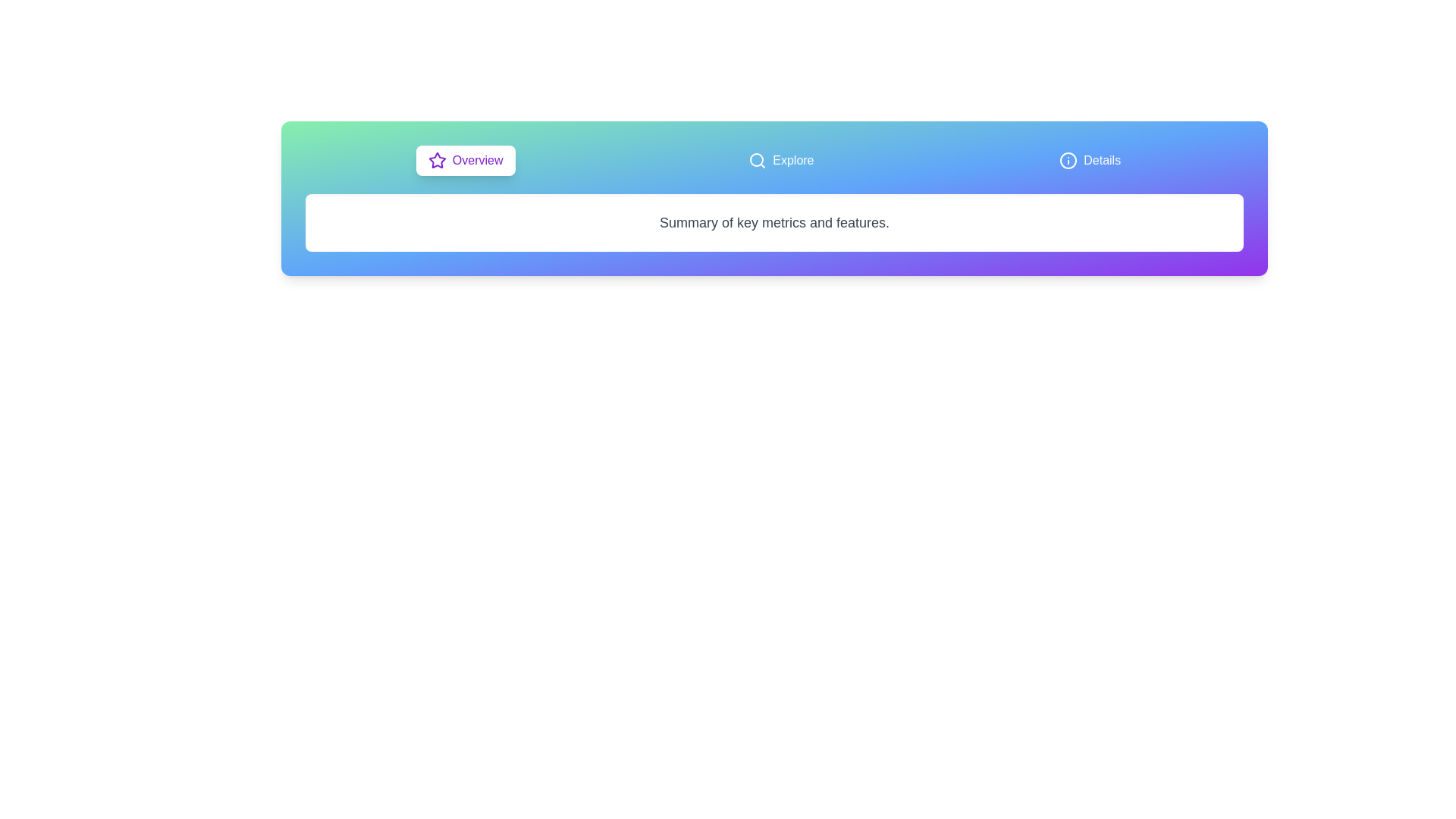  What do you see at coordinates (465, 161) in the screenshot?
I see `the Overview tab to display its content` at bounding box center [465, 161].